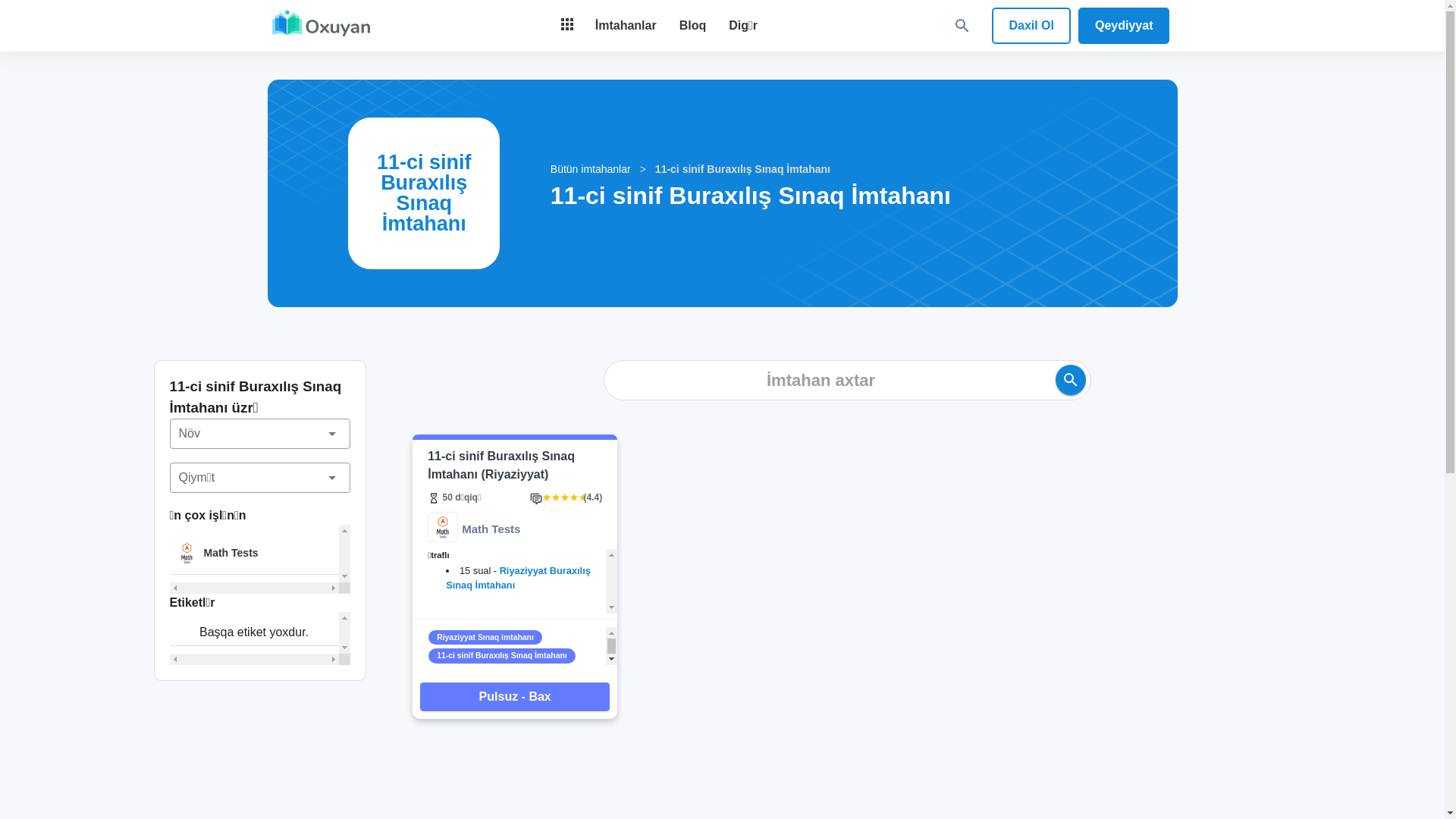  Describe the element at coordinates (692, 26) in the screenshot. I see `'Bloq'` at that location.